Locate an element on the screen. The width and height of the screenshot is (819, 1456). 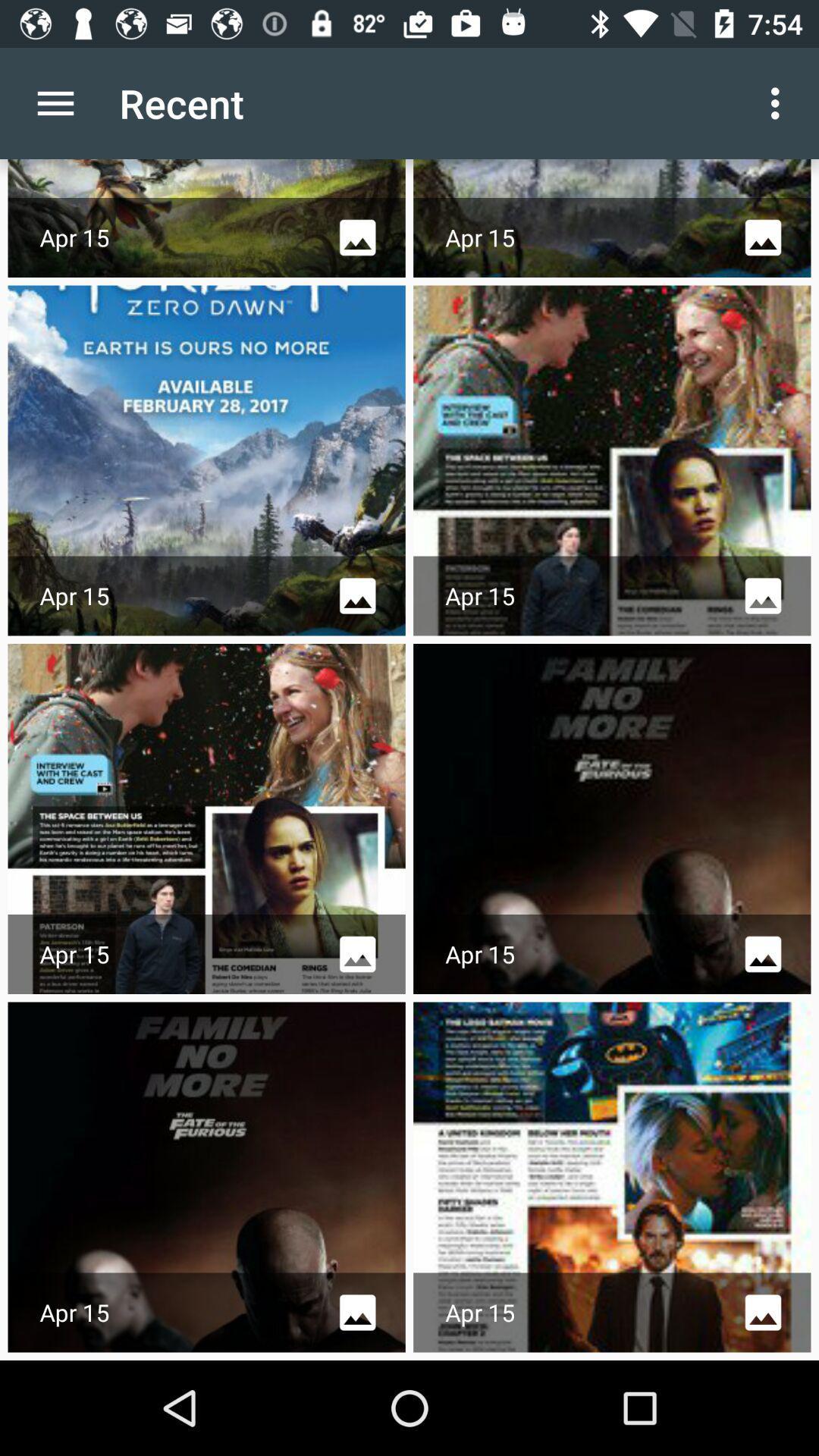
app to the left of the recent app is located at coordinates (55, 102).